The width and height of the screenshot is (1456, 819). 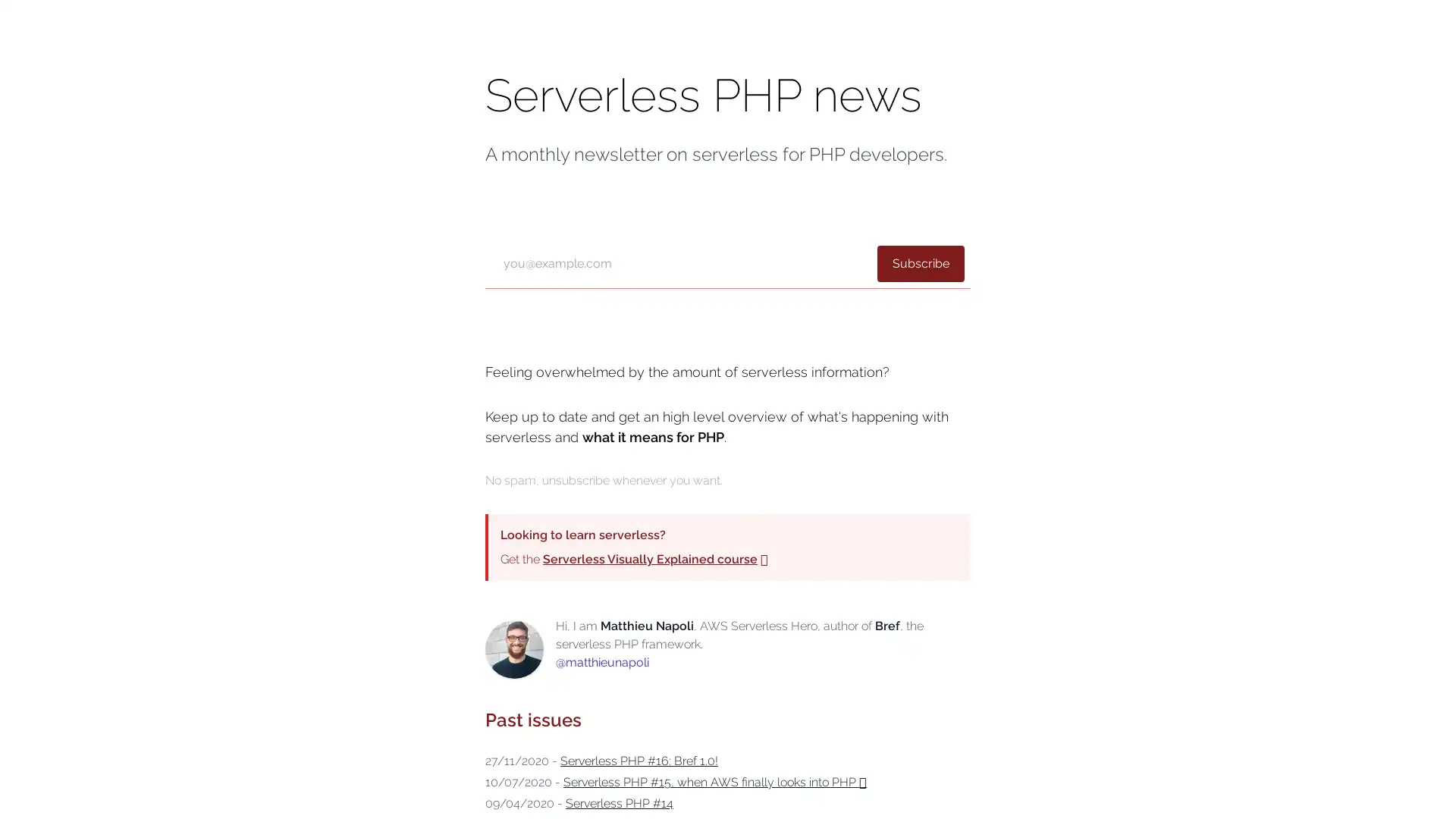 What do you see at coordinates (920, 262) in the screenshot?
I see `Subscribe` at bounding box center [920, 262].